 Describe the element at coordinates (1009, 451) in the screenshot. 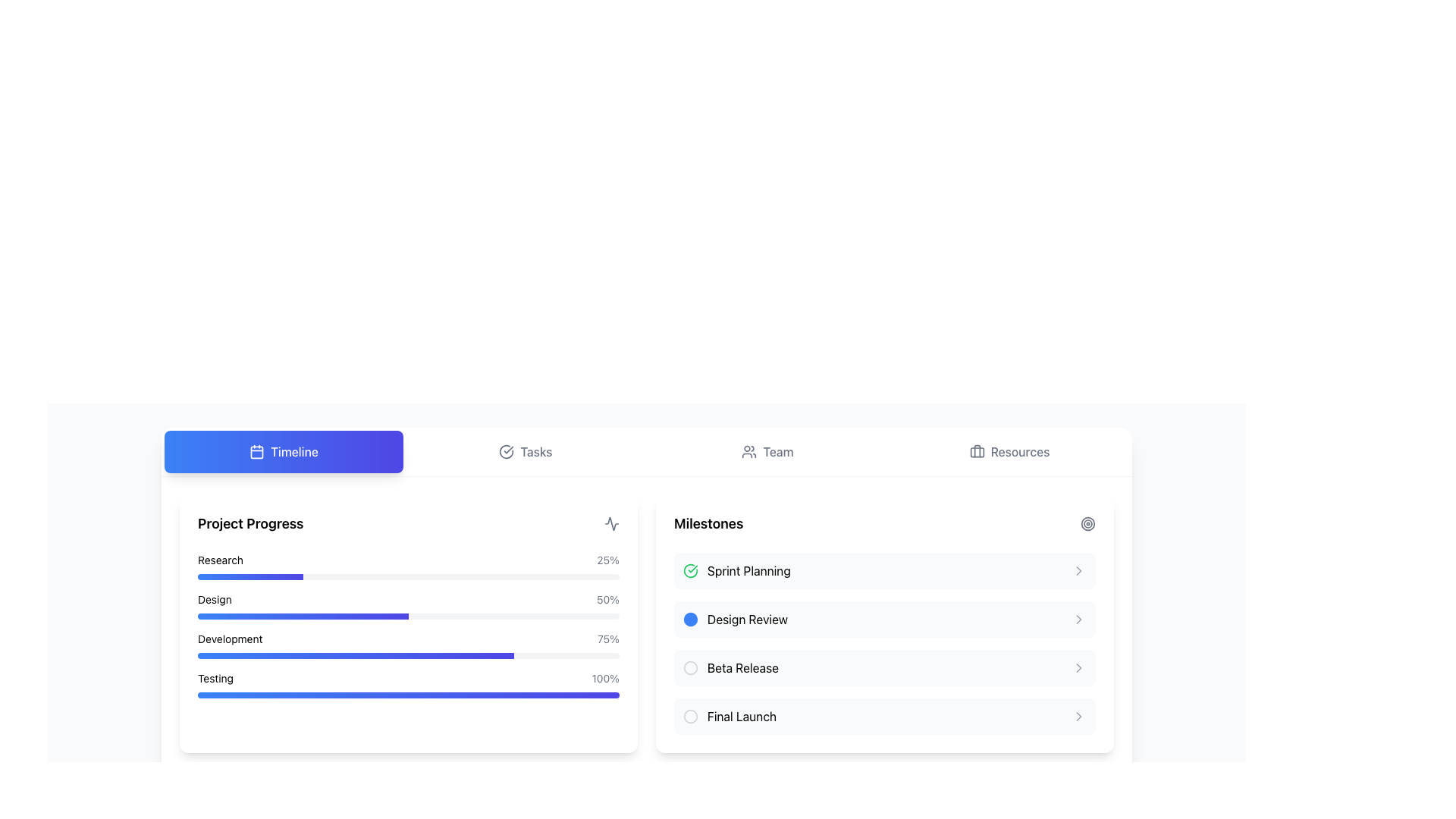

I see `the 'Resources' button, which is a light gray rectangular button with rounded corners, featuring a briefcase icon and centered text, located in the top navigation bar` at that location.